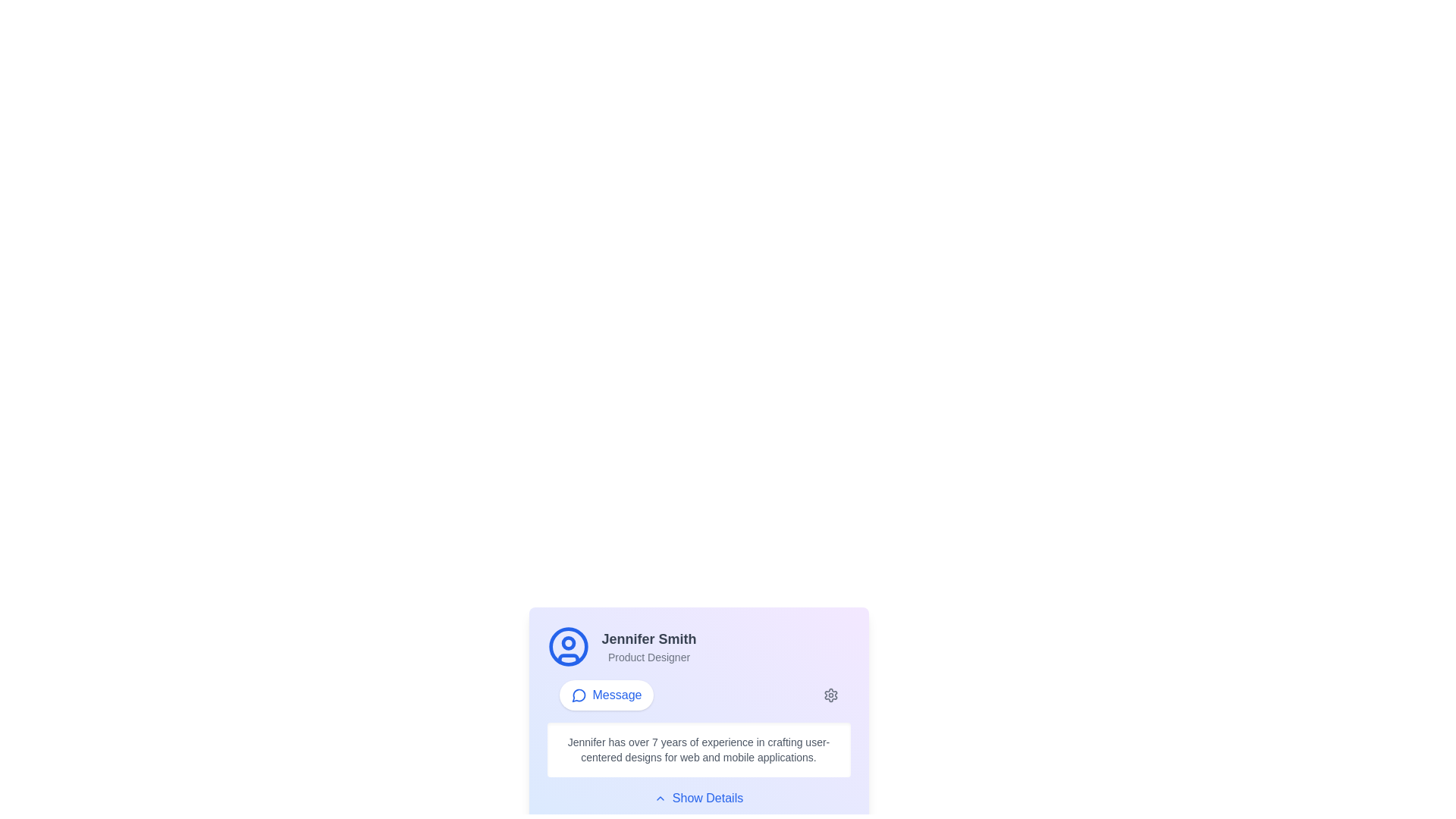 This screenshot has width=1456, height=819. What do you see at coordinates (605, 695) in the screenshot?
I see `the messaging button located at the bottom left of the profile card to initiate the messaging interface` at bounding box center [605, 695].